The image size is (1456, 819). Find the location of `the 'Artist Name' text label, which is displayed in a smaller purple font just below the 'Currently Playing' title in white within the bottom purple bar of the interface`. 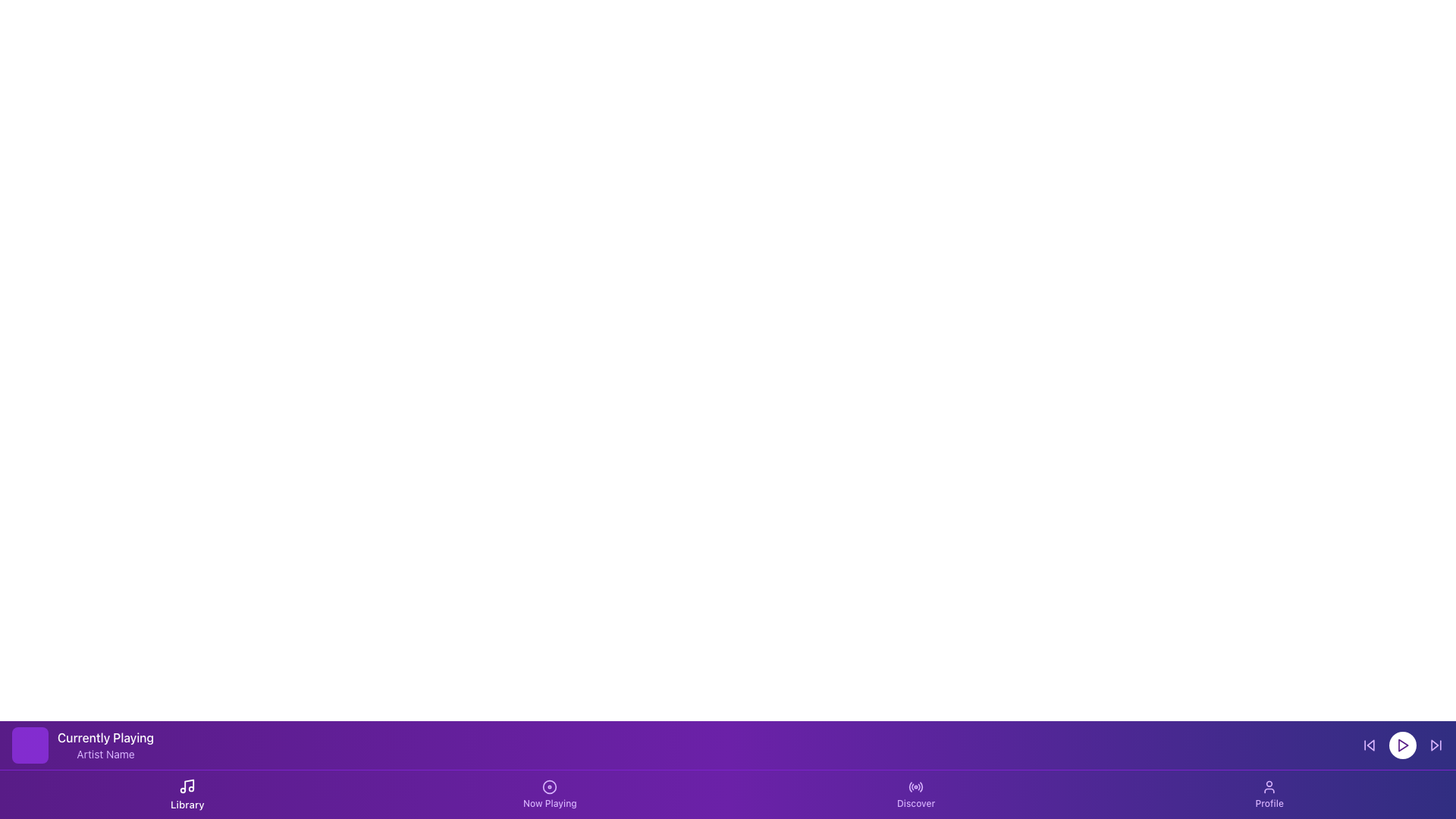

the 'Artist Name' text label, which is displayed in a smaller purple font just below the 'Currently Playing' title in white within the bottom purple bar of the interface is located at coordinates (105, 755).